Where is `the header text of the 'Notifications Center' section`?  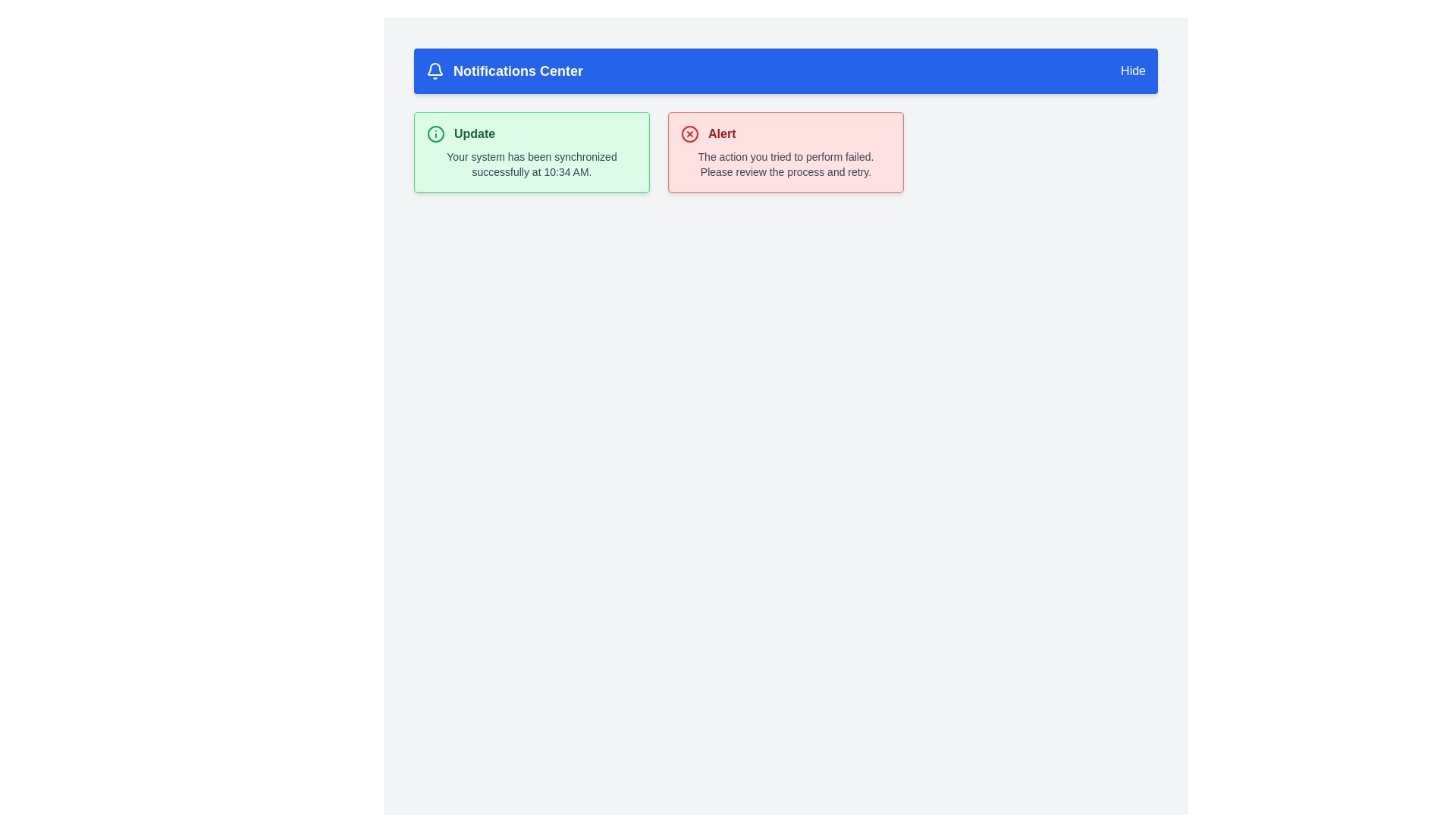 the header text of the 'Notifications Center' section is located at coordinates (504, 71).